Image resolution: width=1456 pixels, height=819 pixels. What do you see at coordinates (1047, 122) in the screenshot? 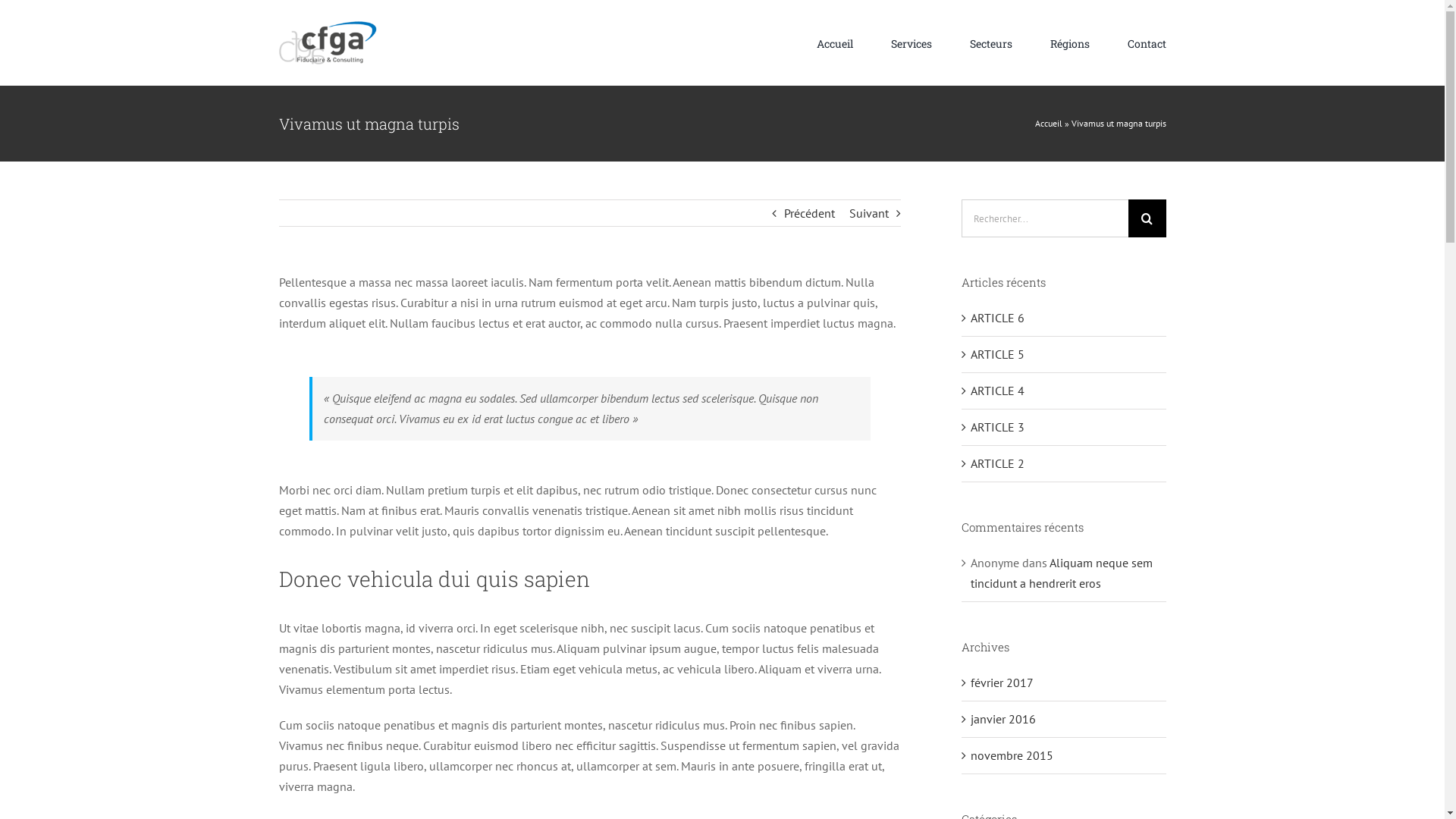
I see `'Accueil'` at bounding box center [1047, 122].